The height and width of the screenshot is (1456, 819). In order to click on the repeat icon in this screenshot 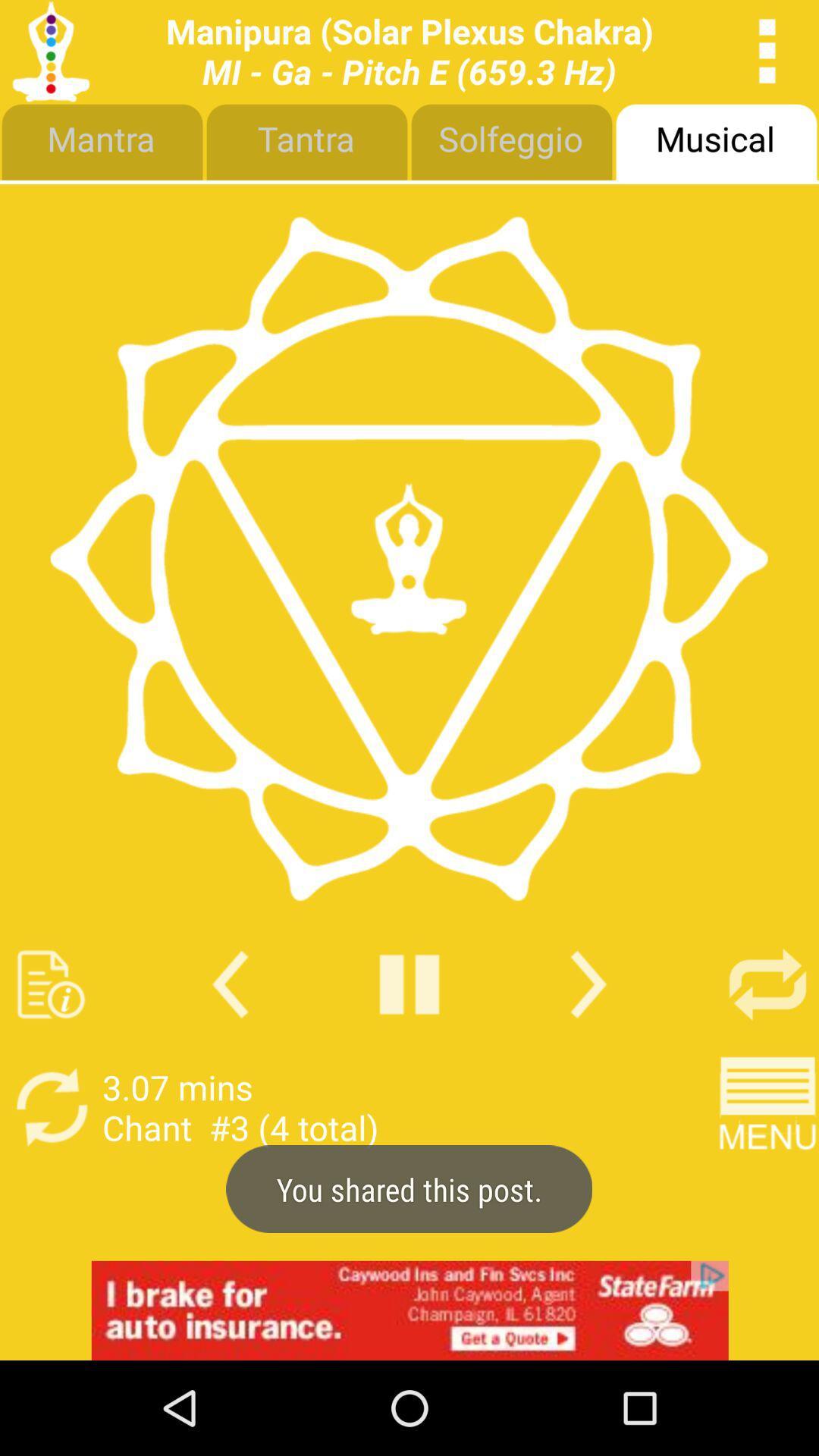, I will do `click(767, 1053)`.